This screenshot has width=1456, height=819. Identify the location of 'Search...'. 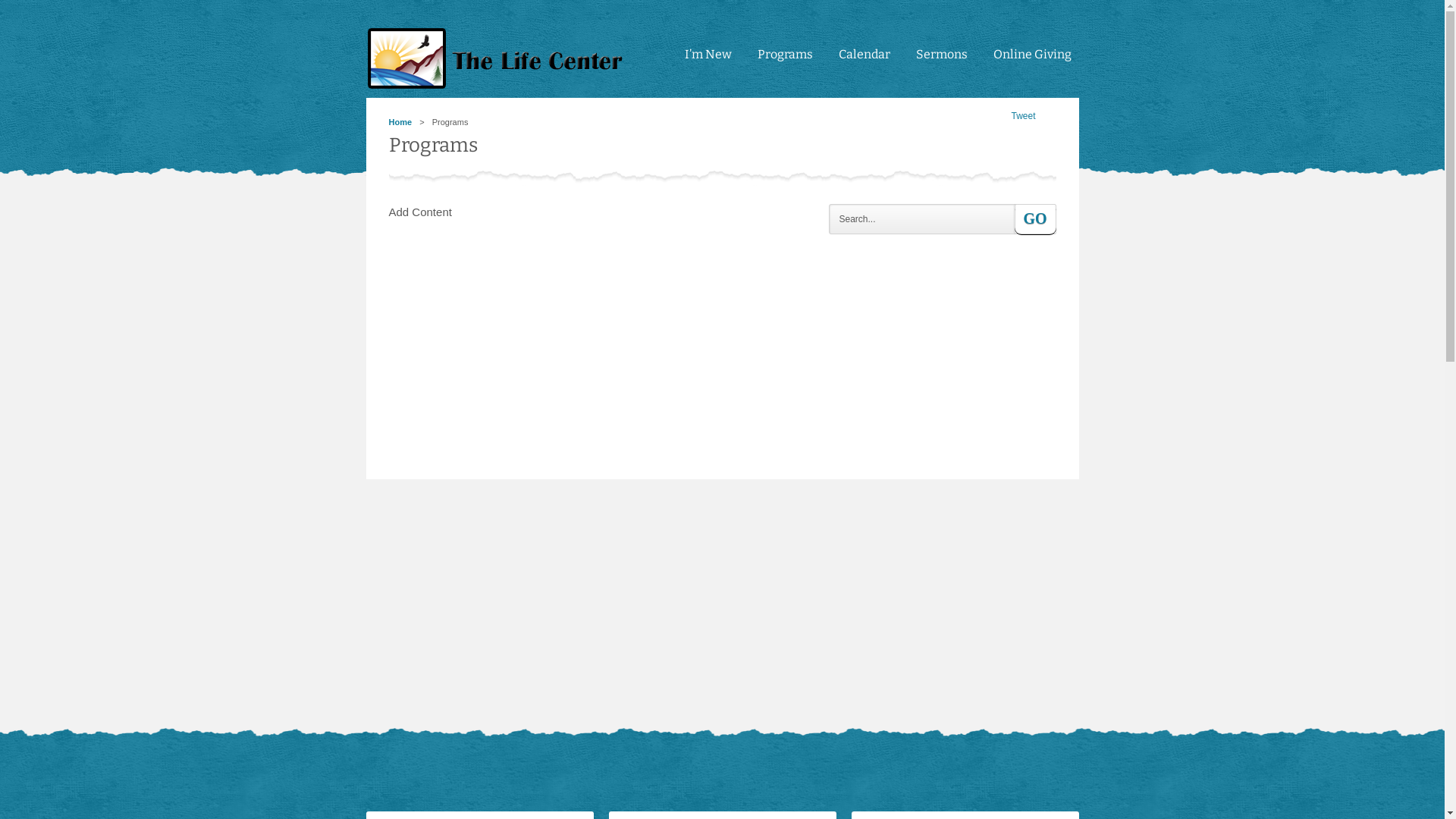
(827, 219).